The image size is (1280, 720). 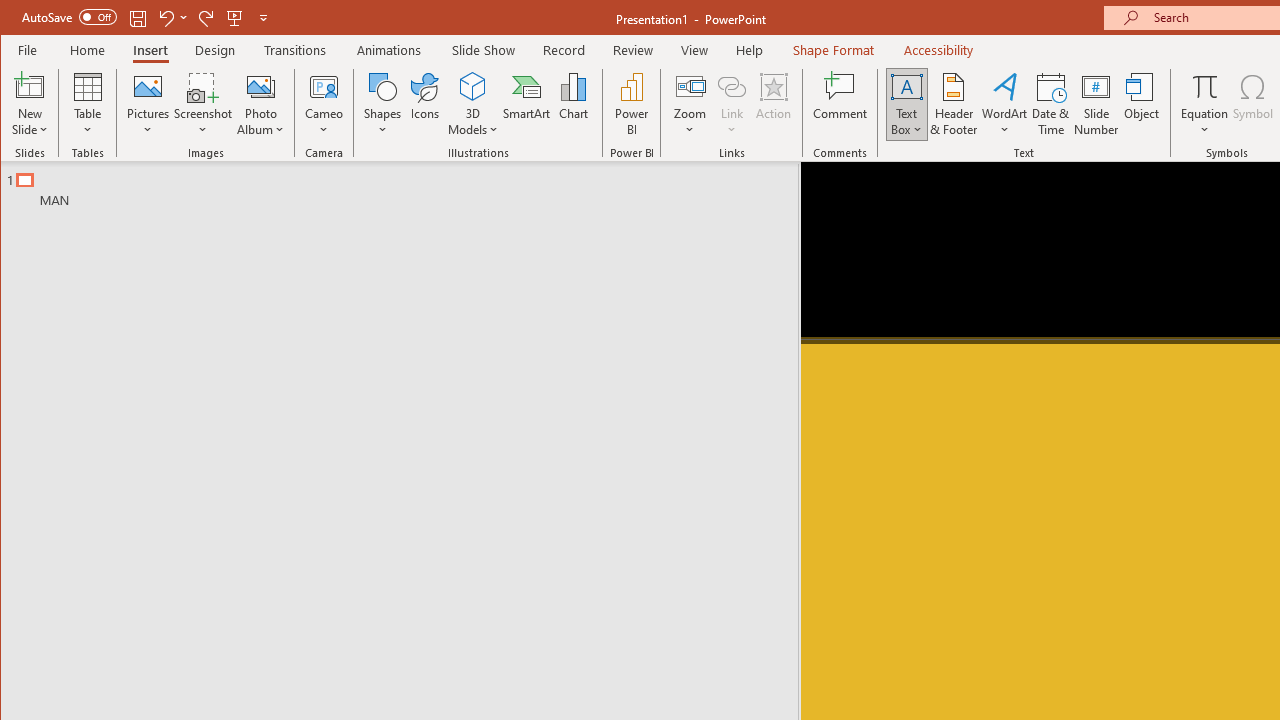 I want to click on '3D Models', so click(x=471, y=85).